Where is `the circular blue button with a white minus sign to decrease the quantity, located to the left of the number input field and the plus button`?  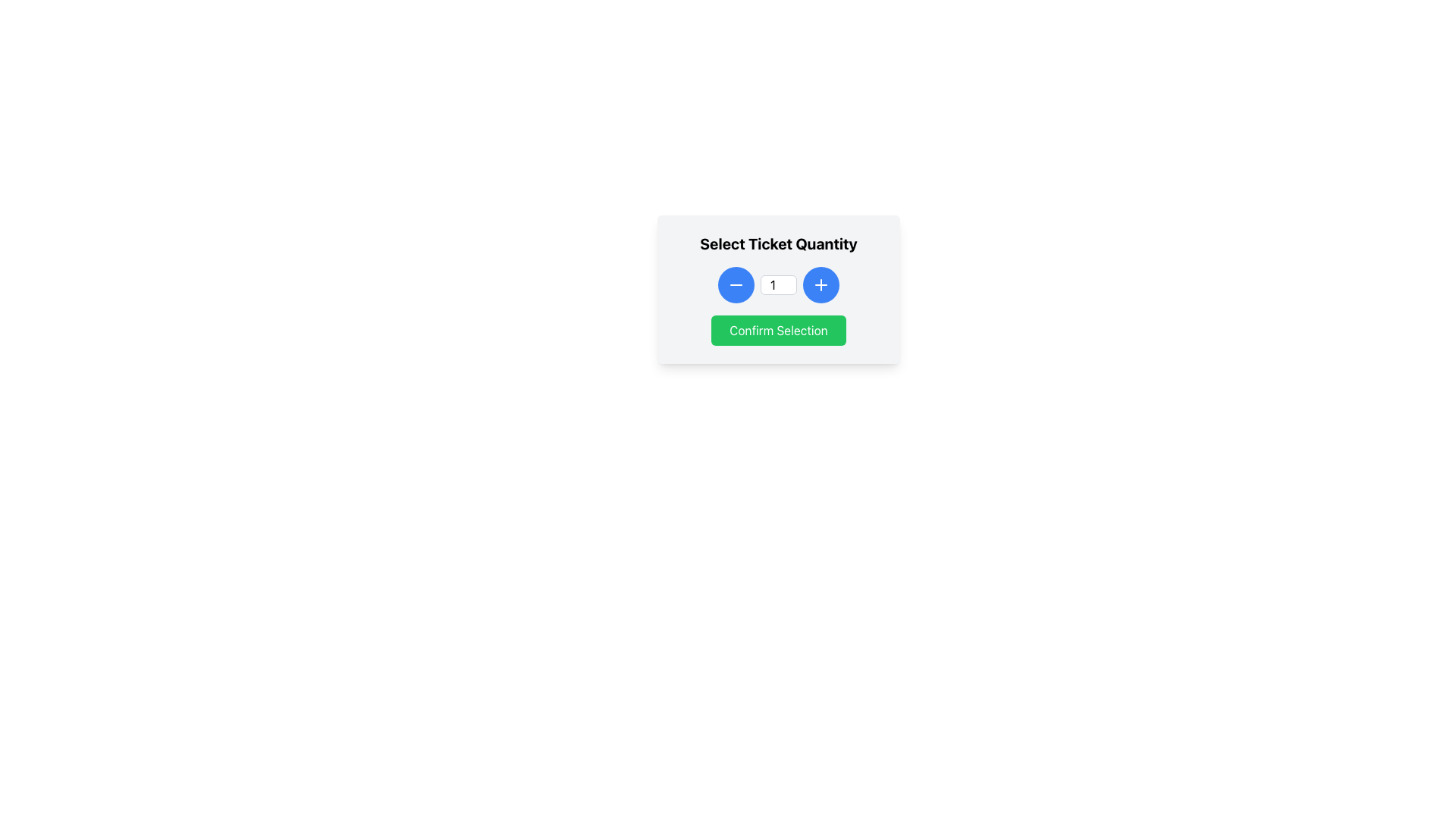
the circular blue button with a white minus sign to decrease the quantity, located to the left of the number input field and the plus button is located at coordinates (736, 284).